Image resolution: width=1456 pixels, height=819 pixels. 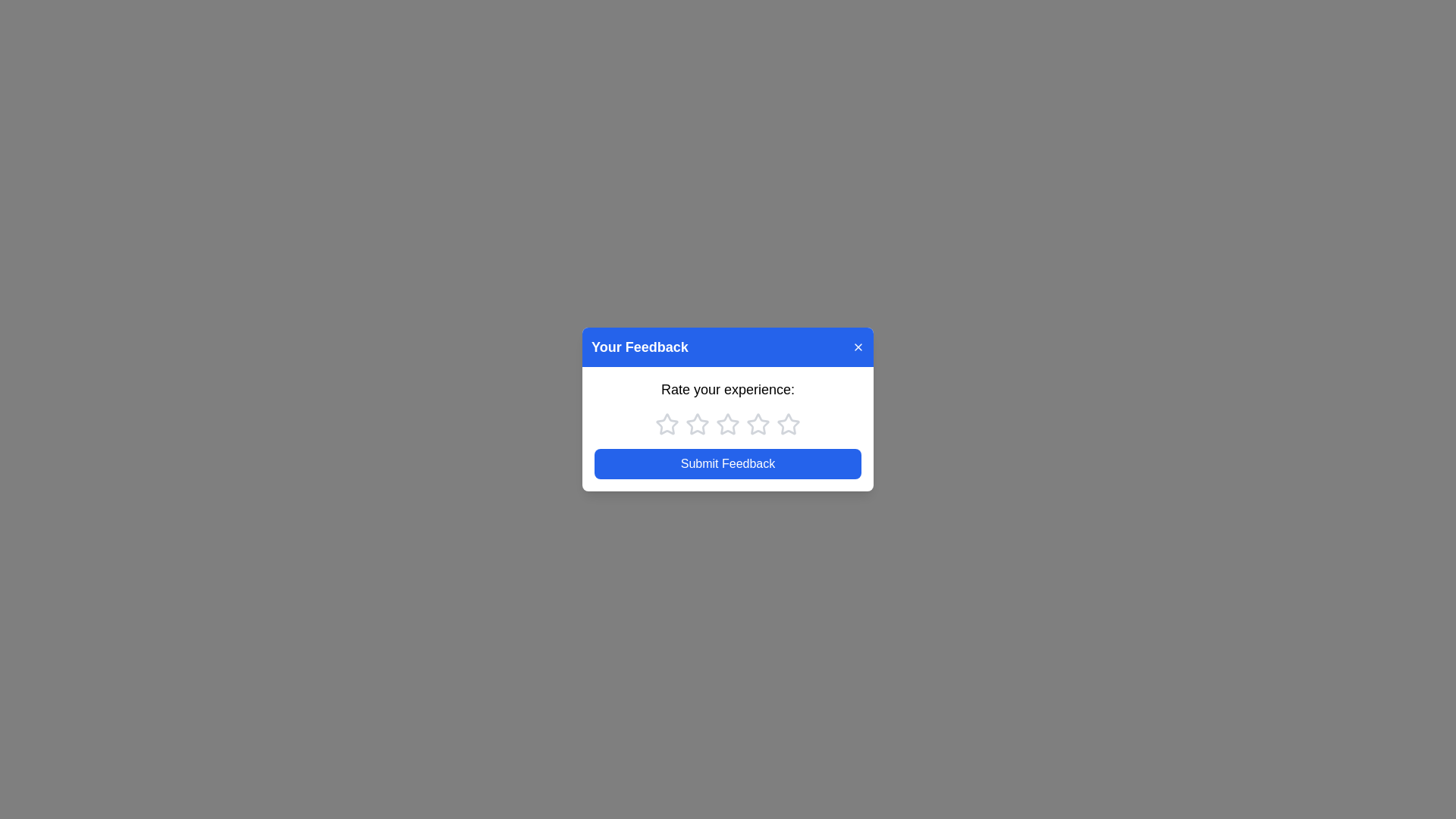 I want to click on the star corresponding to the rating 3, so click(x=728, y=424).